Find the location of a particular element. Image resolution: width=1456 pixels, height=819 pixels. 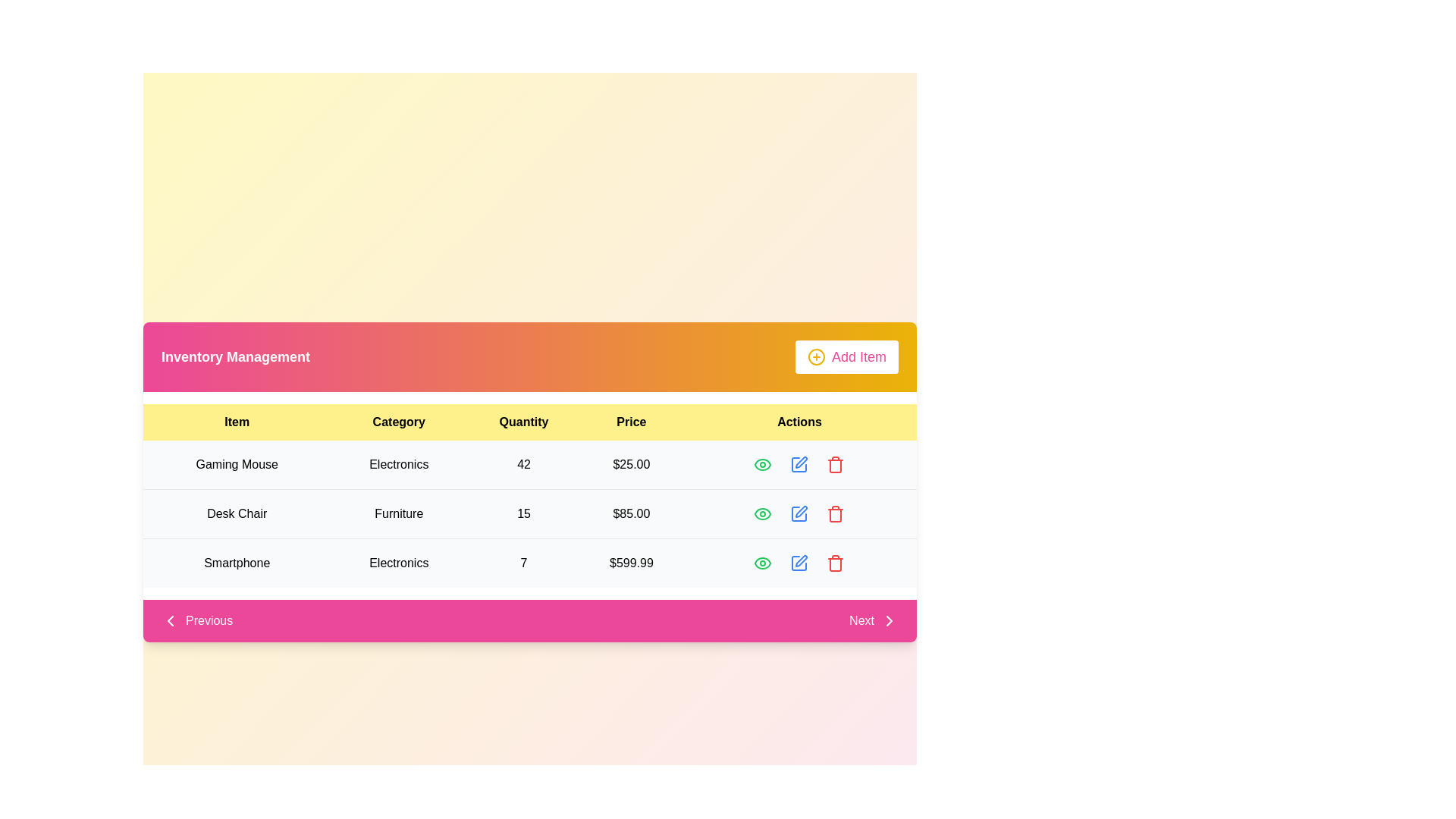

the green eye icon in the 'Actions' column for the 'Smartphone' item is located at coordinates (763, 563).